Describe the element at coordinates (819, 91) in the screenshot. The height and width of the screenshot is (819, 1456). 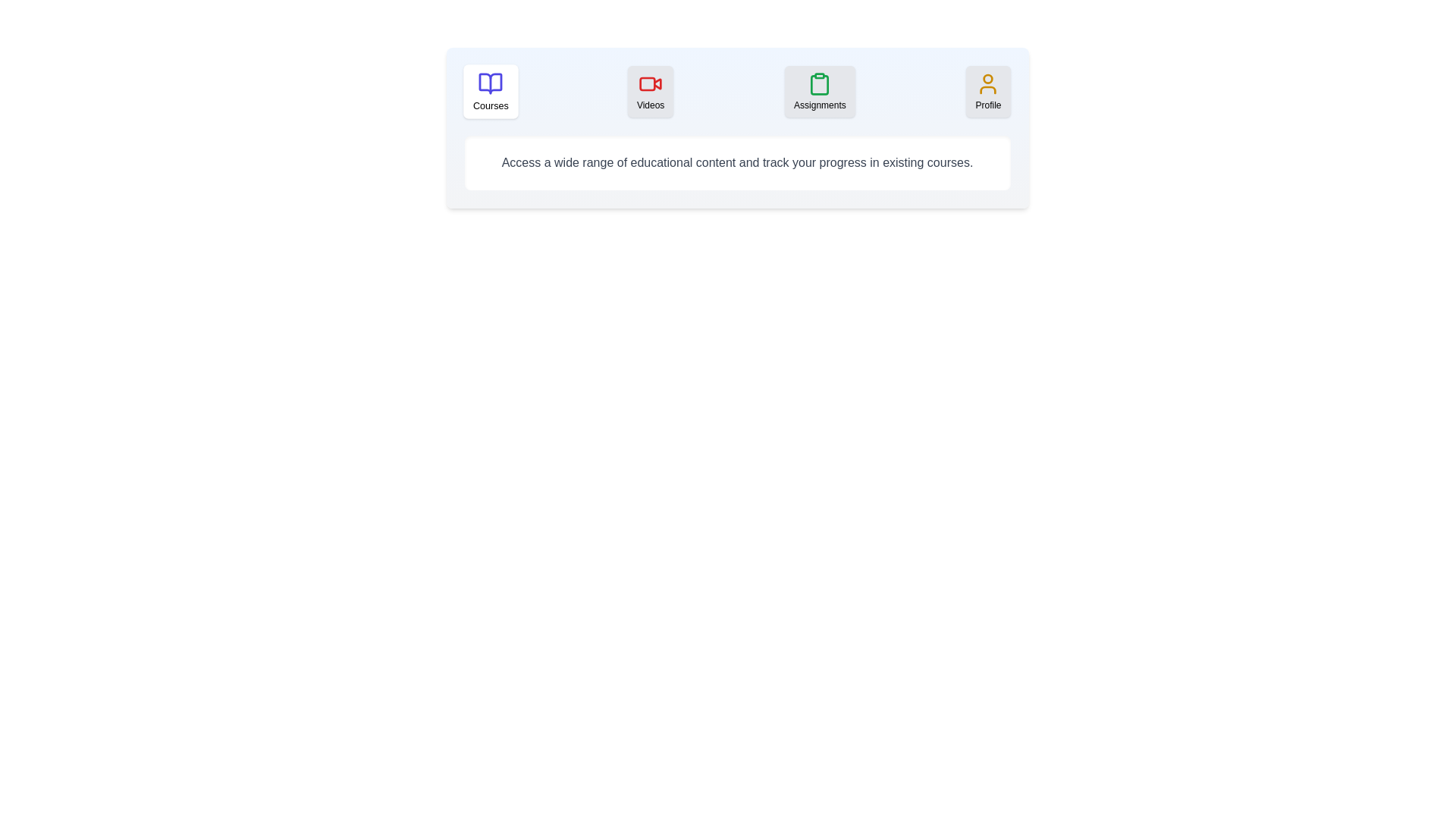
I see `the tab labeled Assignments to observe its hover effect` at that location.